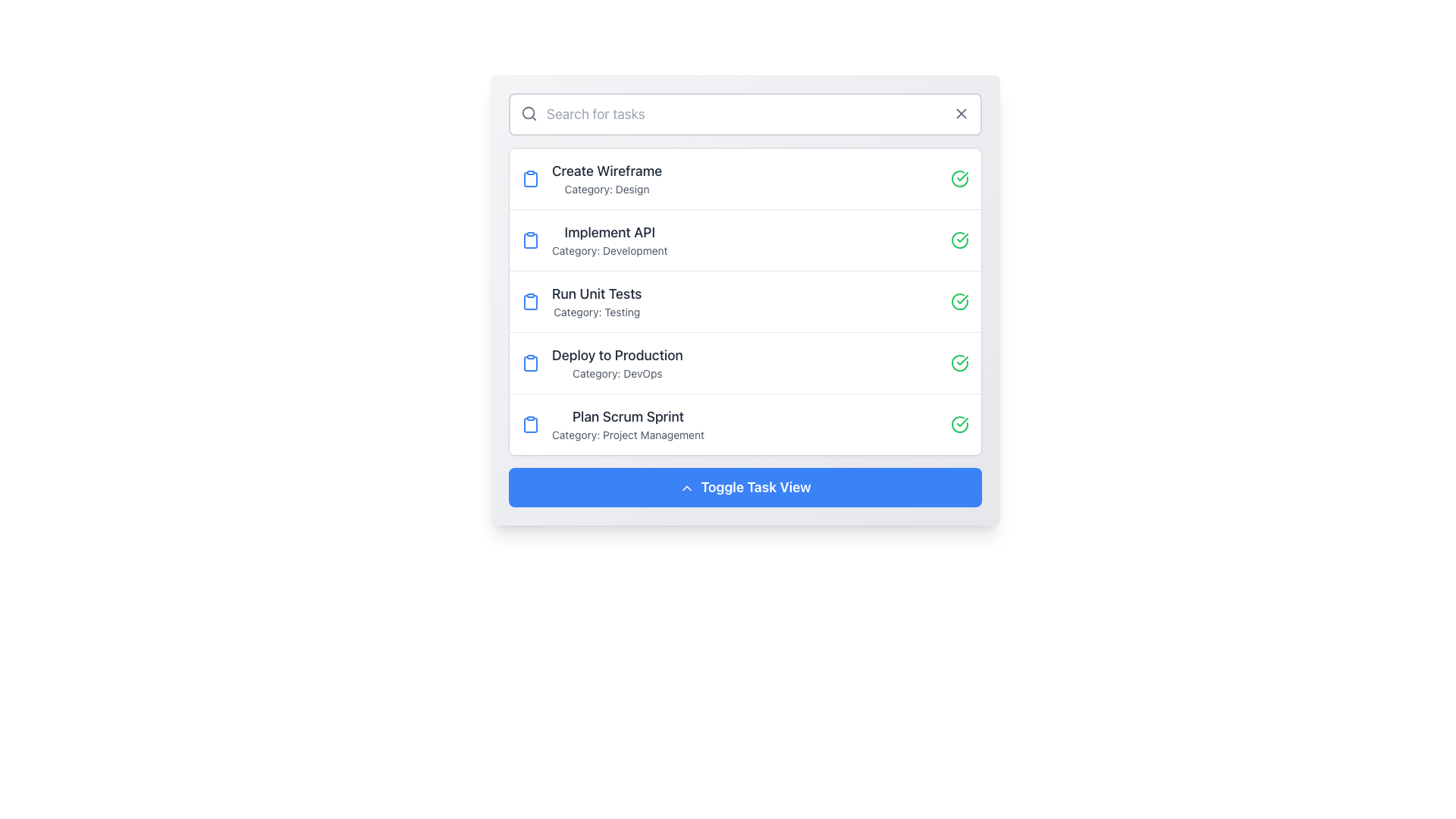  Describe the element at coordinates (607, 177) in the screenshot. I see `the 'Create Wireframe' text element` at that location.